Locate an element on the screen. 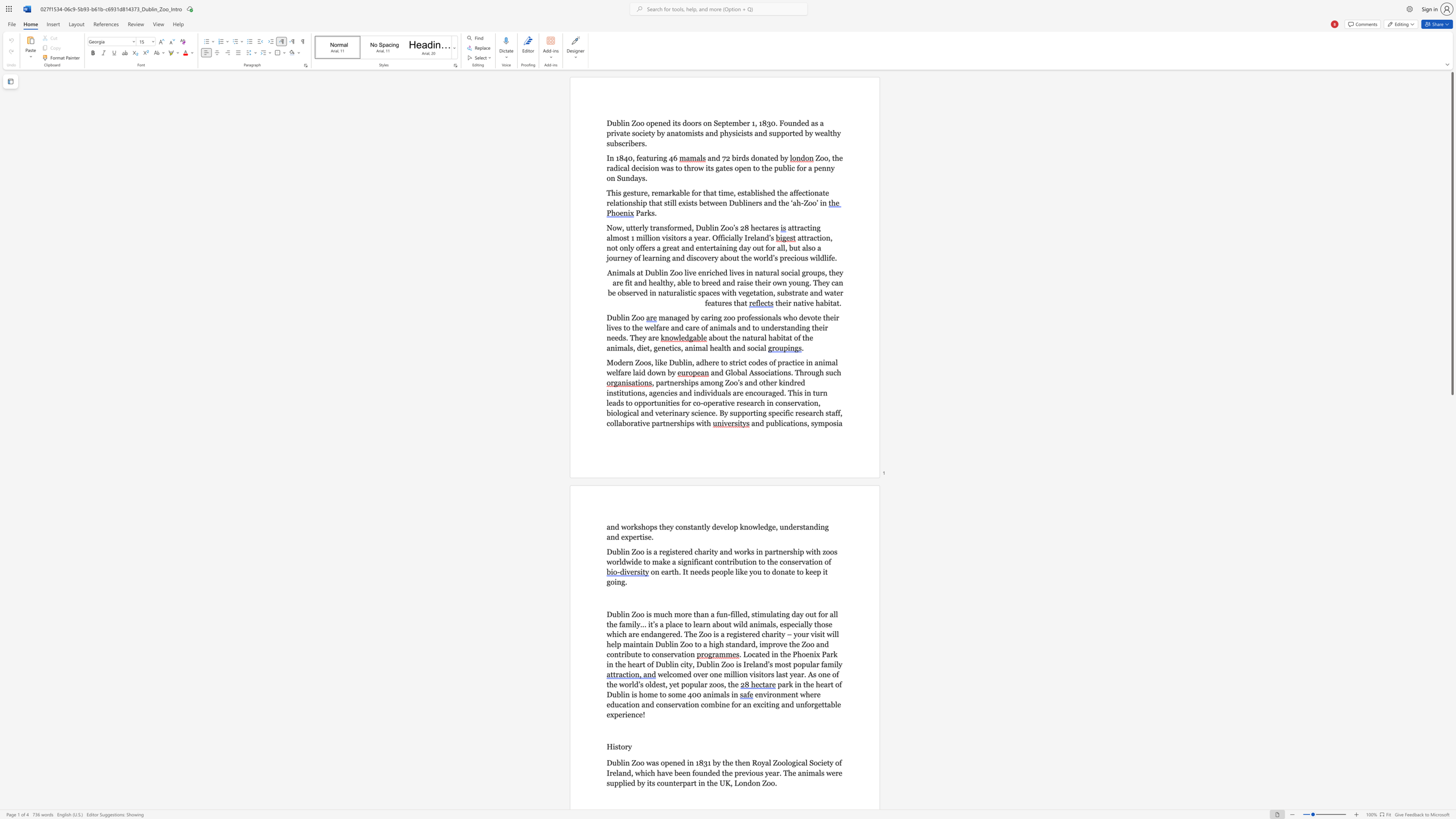 The image size is (1456, 819). the 10th character "i" in the text is located at coordinates (693, 561).